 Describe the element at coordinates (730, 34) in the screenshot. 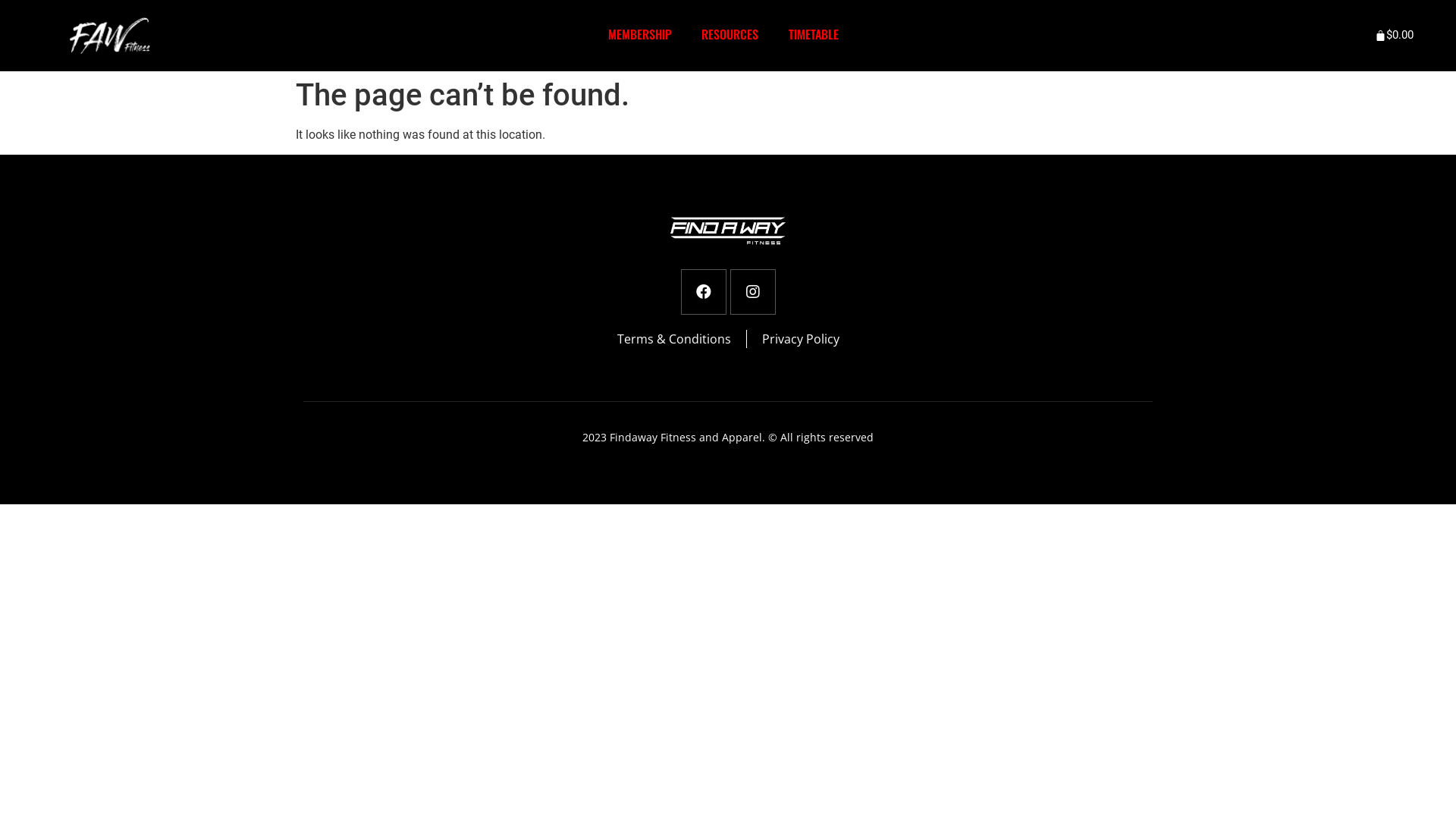

I see `'RESOURCES'` at that location.